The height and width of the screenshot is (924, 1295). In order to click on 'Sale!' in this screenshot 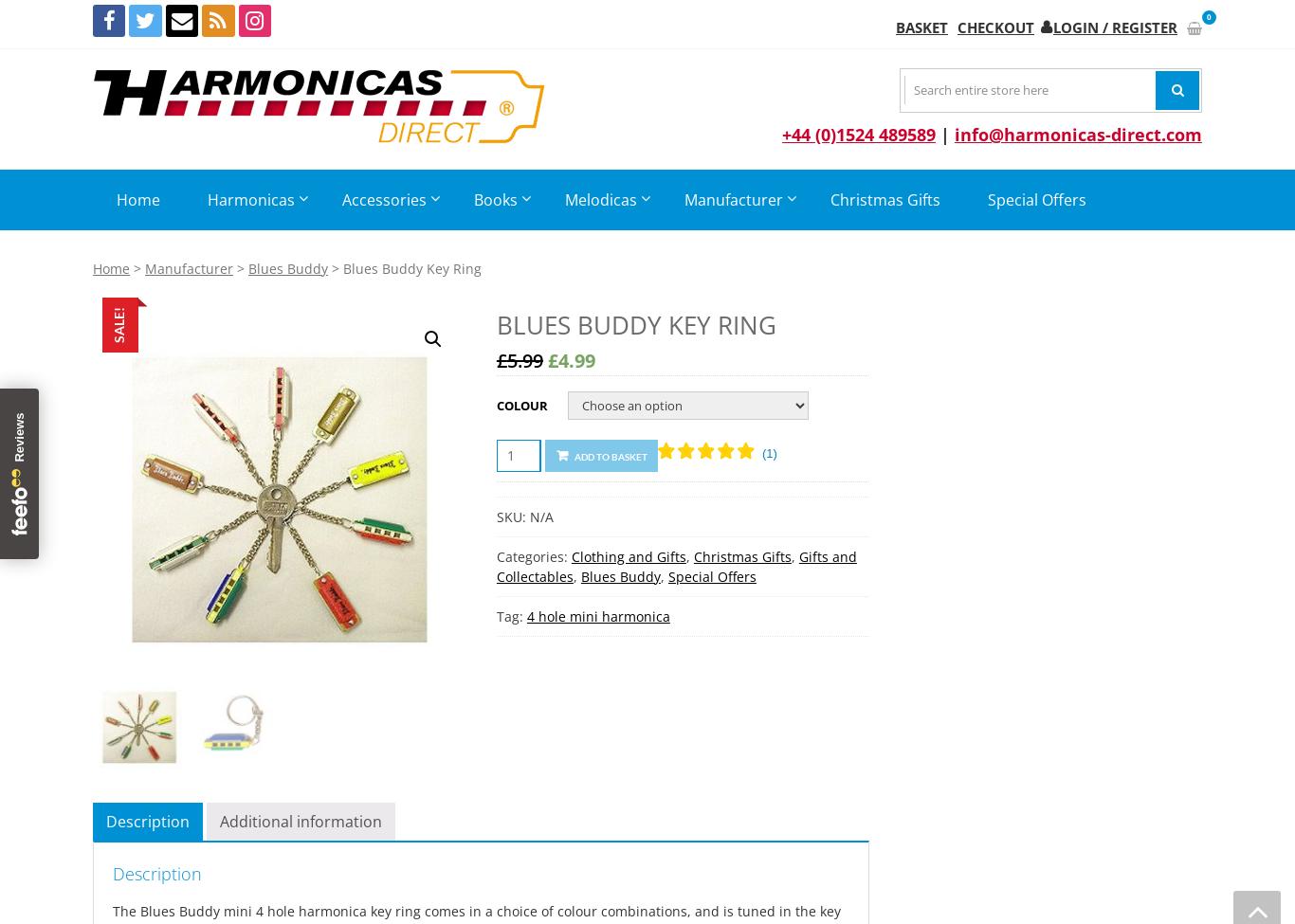, I will do `click(110, 323)`.